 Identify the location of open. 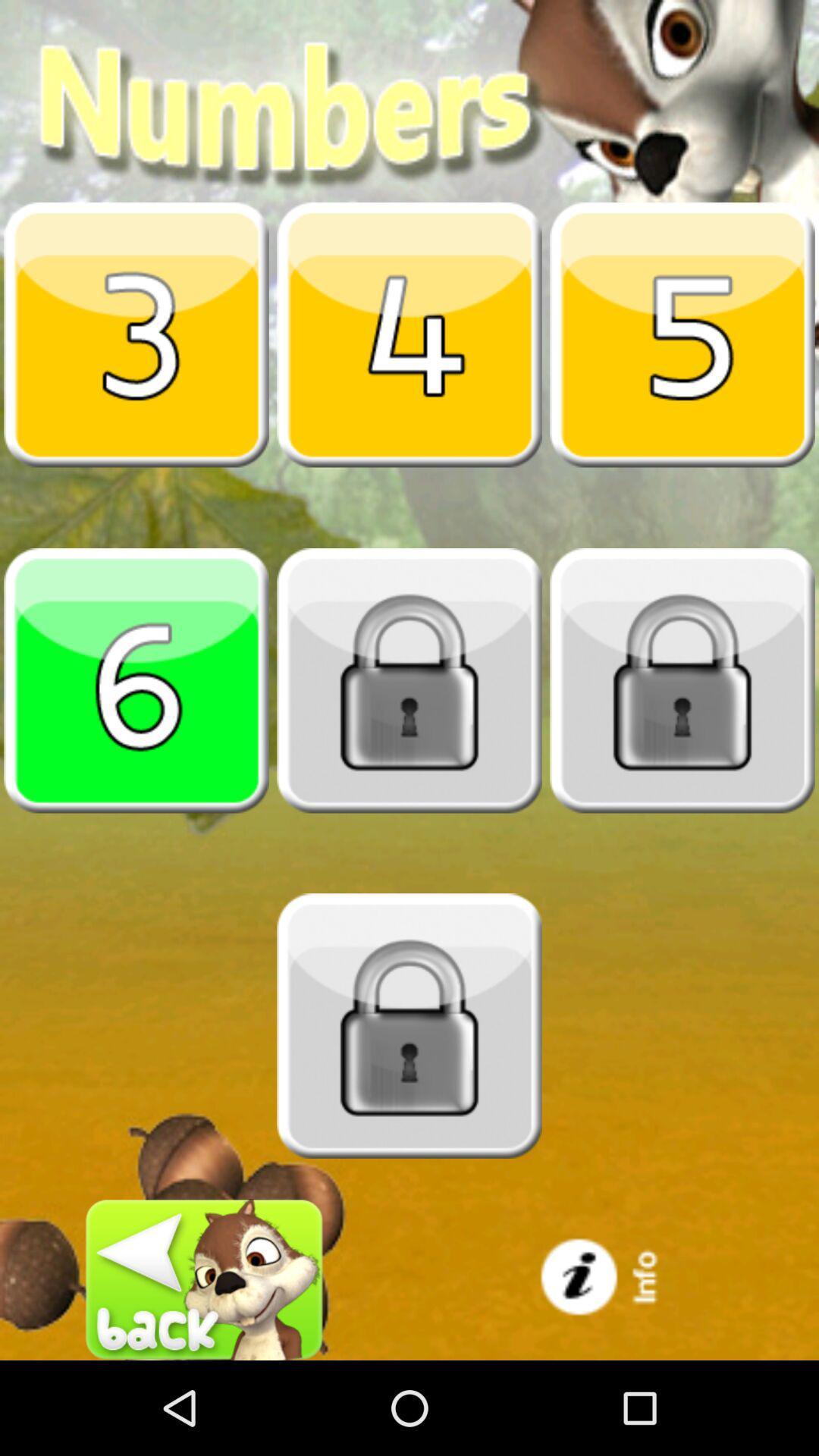
(681, 334).